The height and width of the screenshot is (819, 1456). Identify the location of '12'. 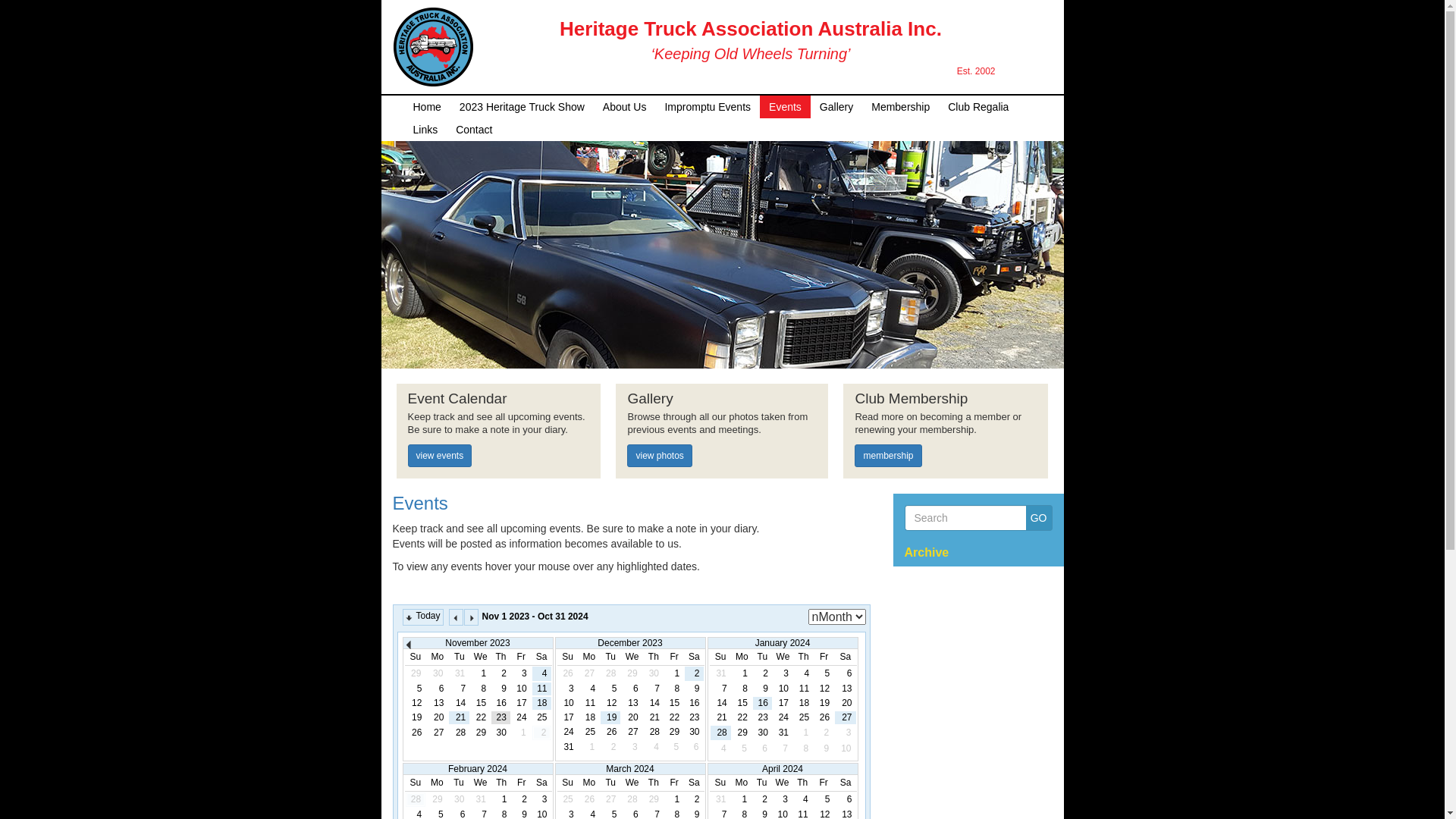
(600, 703).